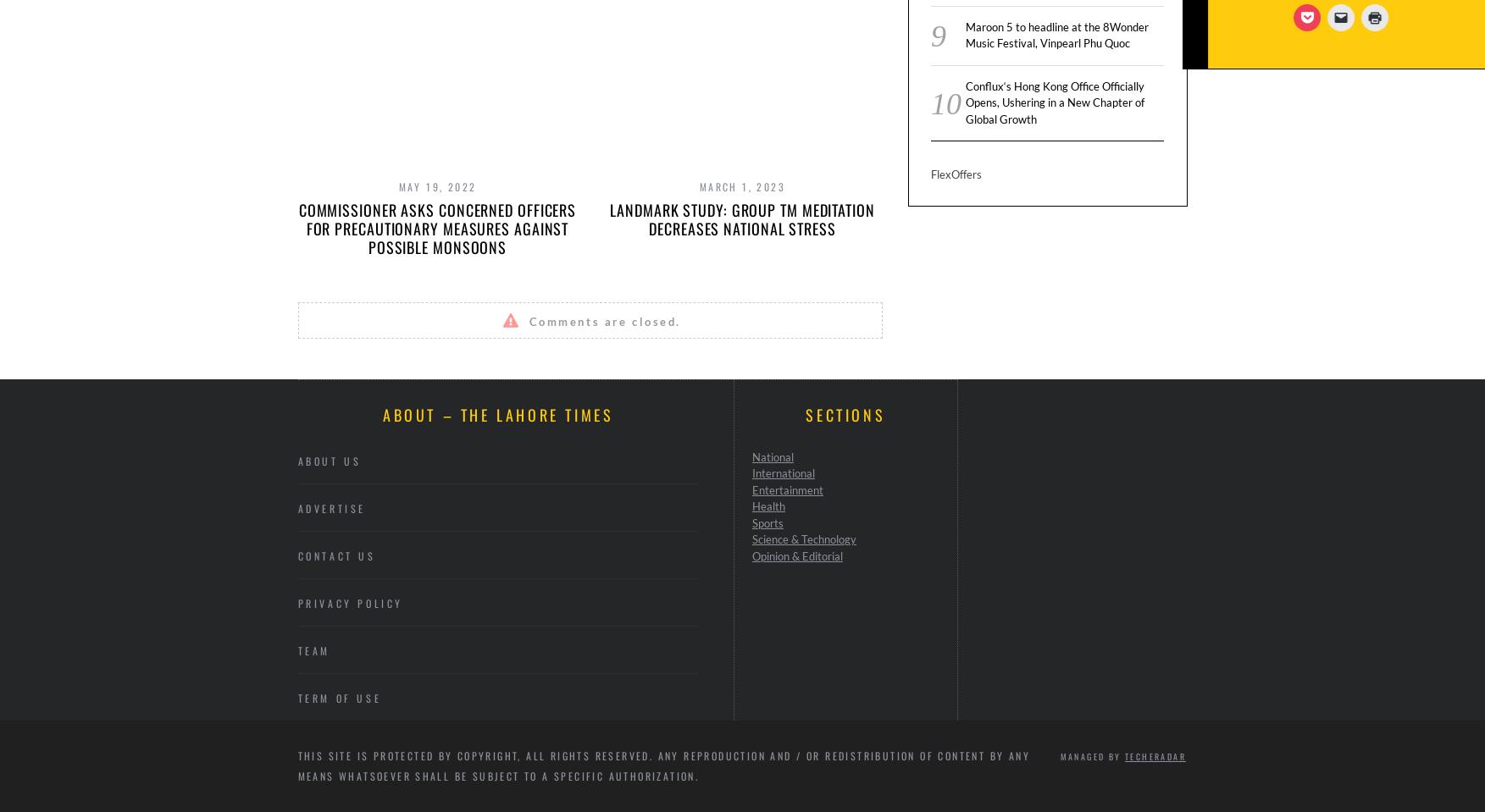 This screenshot has height=812, width=1485. What do you see at coordinates (786, 488) in the screenshot?
I see `'Entertainment'` at bounding box center [786, 488].